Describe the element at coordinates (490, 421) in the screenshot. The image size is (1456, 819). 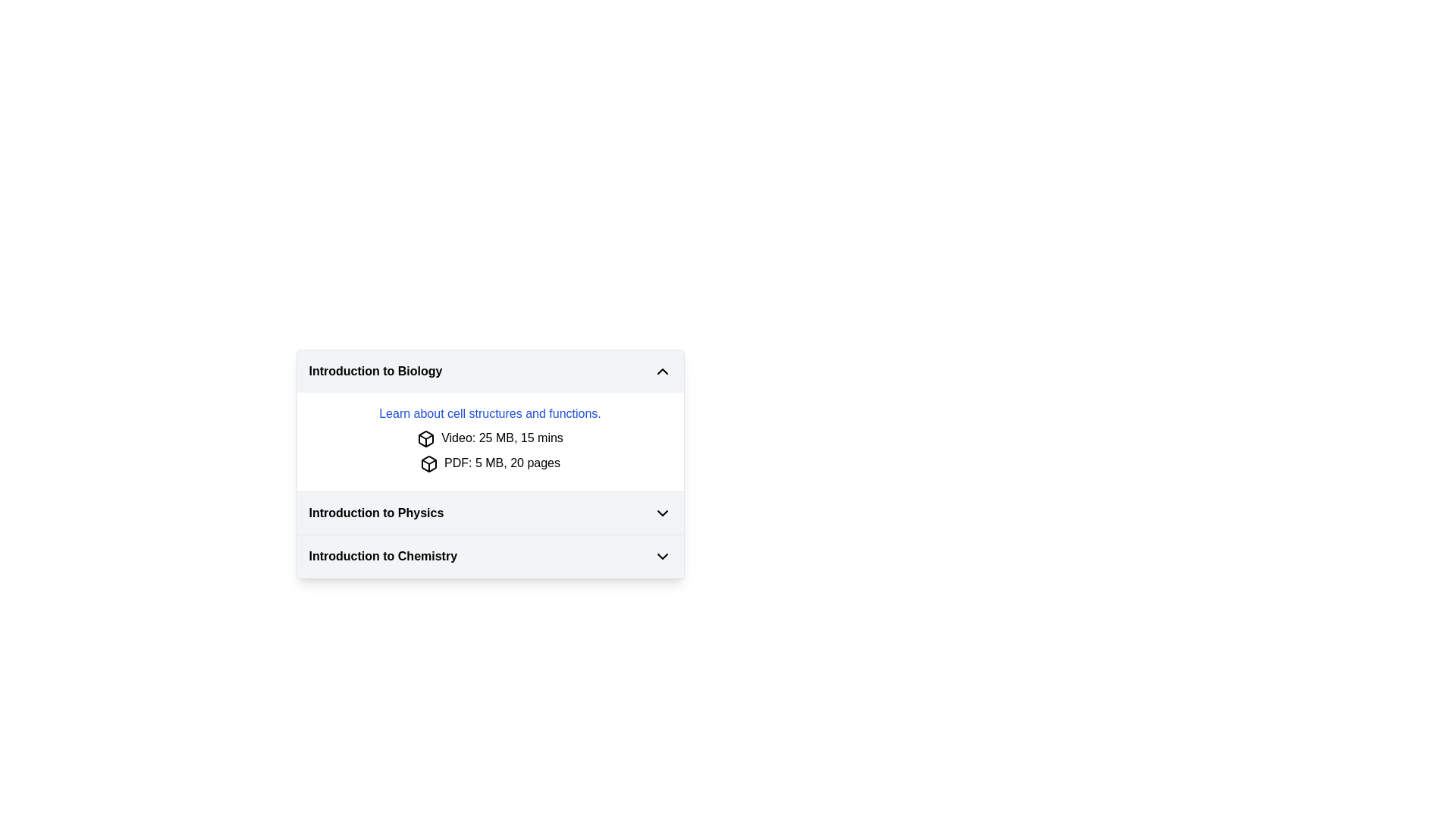
I see `the text links within the collapsible content card titled 'Introduction to Biology'` at that location.